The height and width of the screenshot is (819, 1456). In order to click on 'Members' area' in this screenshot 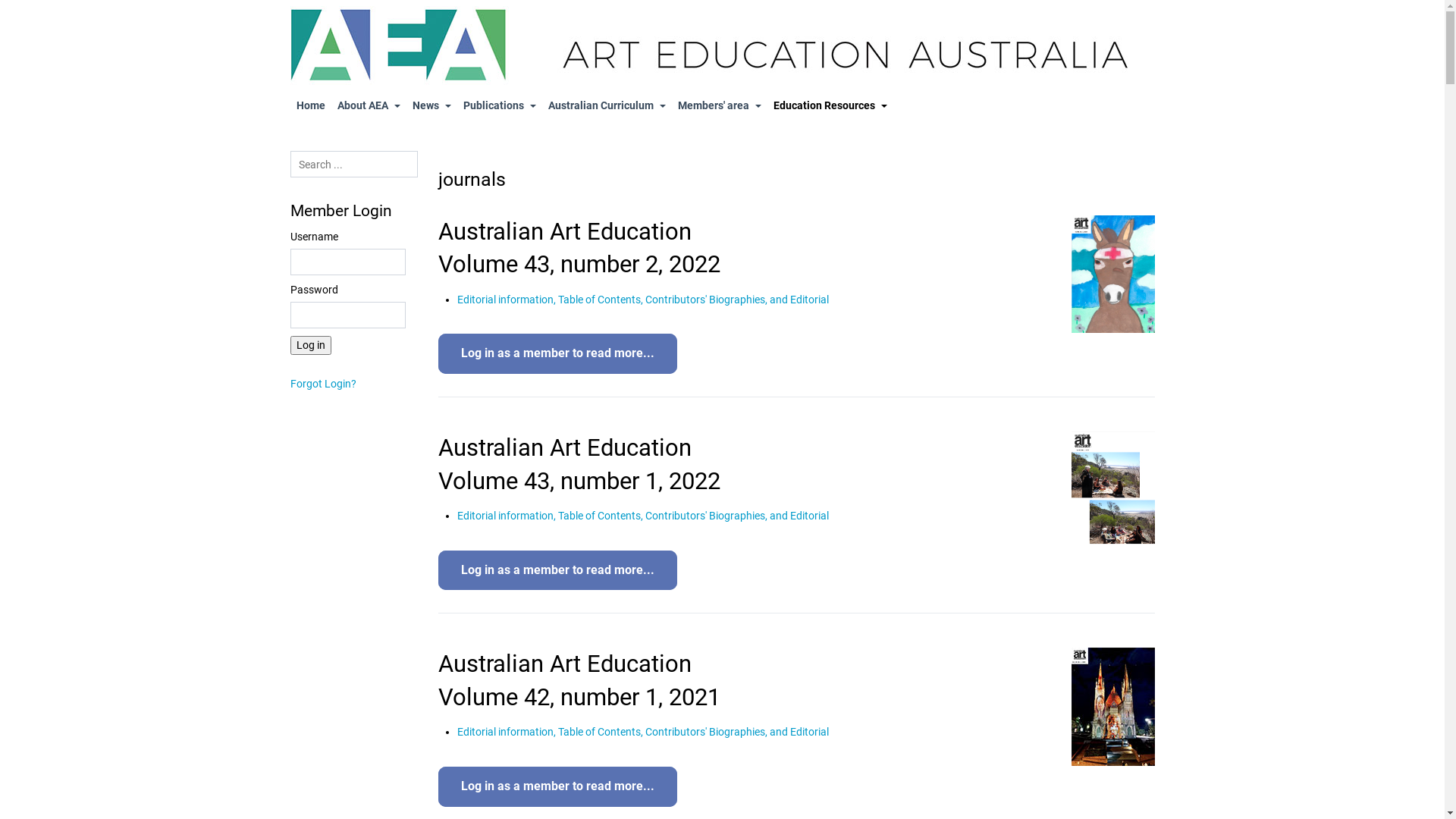, I will do `click(719, 105)`.